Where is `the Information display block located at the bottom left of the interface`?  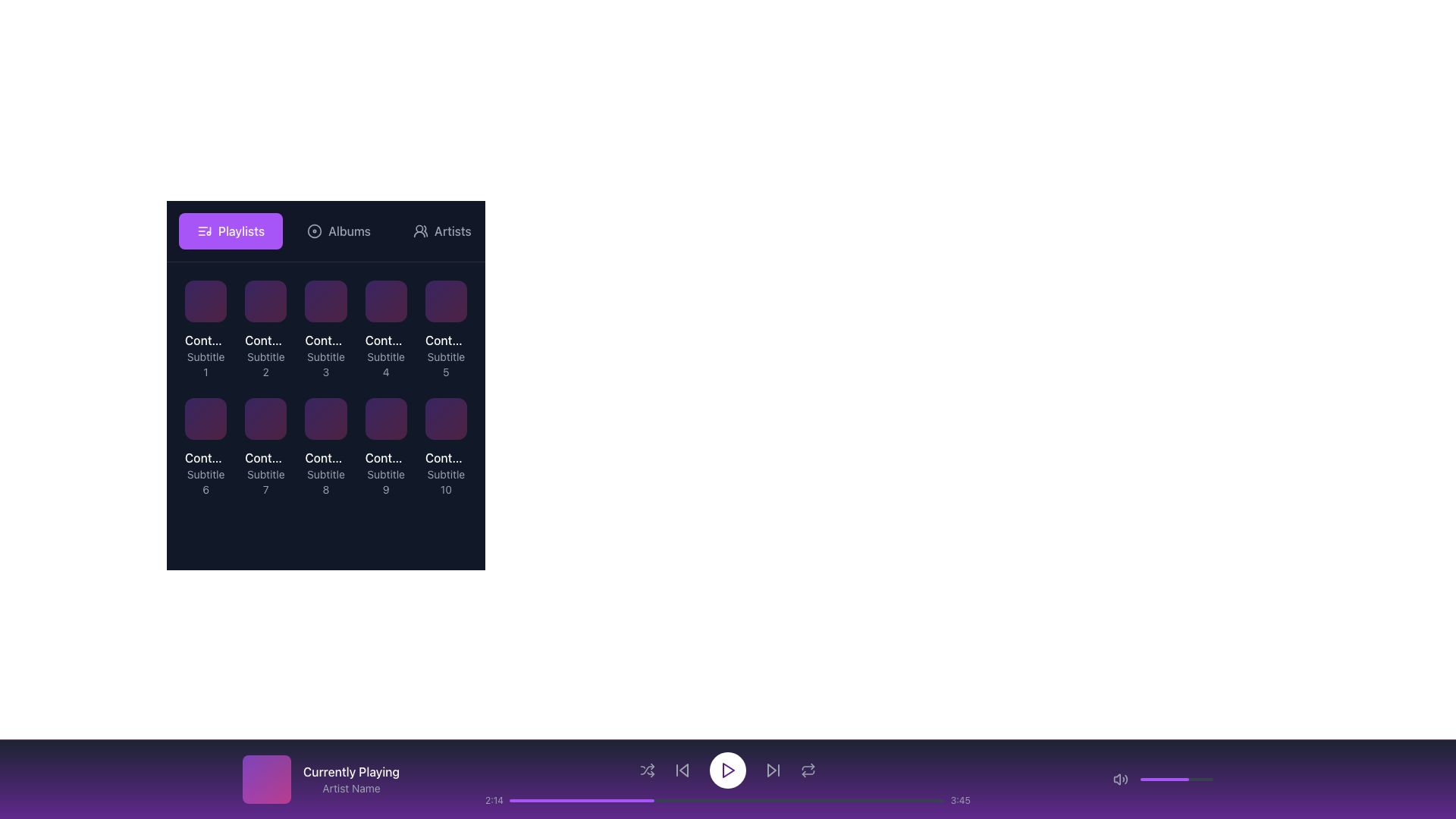
the Information display block located at the bottom left of the interface is located at coordinates (364, 780).